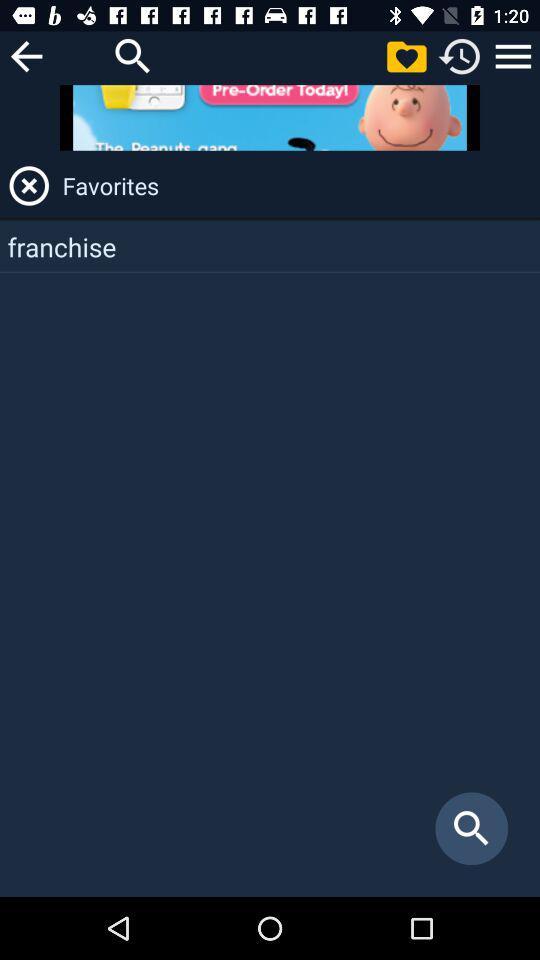 The image size is (540, 960). What do you see at coordinates (270, 117) in the screenshot?
I see `open advertisement` at bounding box center [270, 117].